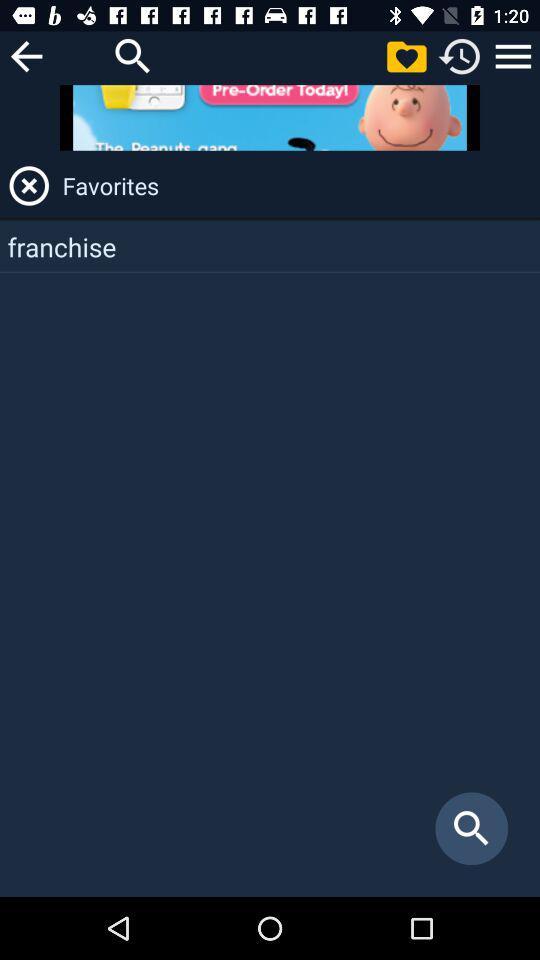 The image size is (540, 960). What do you see at coordinates (270, 117) in the screenshot?
I see `open advertisement` at bounding box center [270, 117].